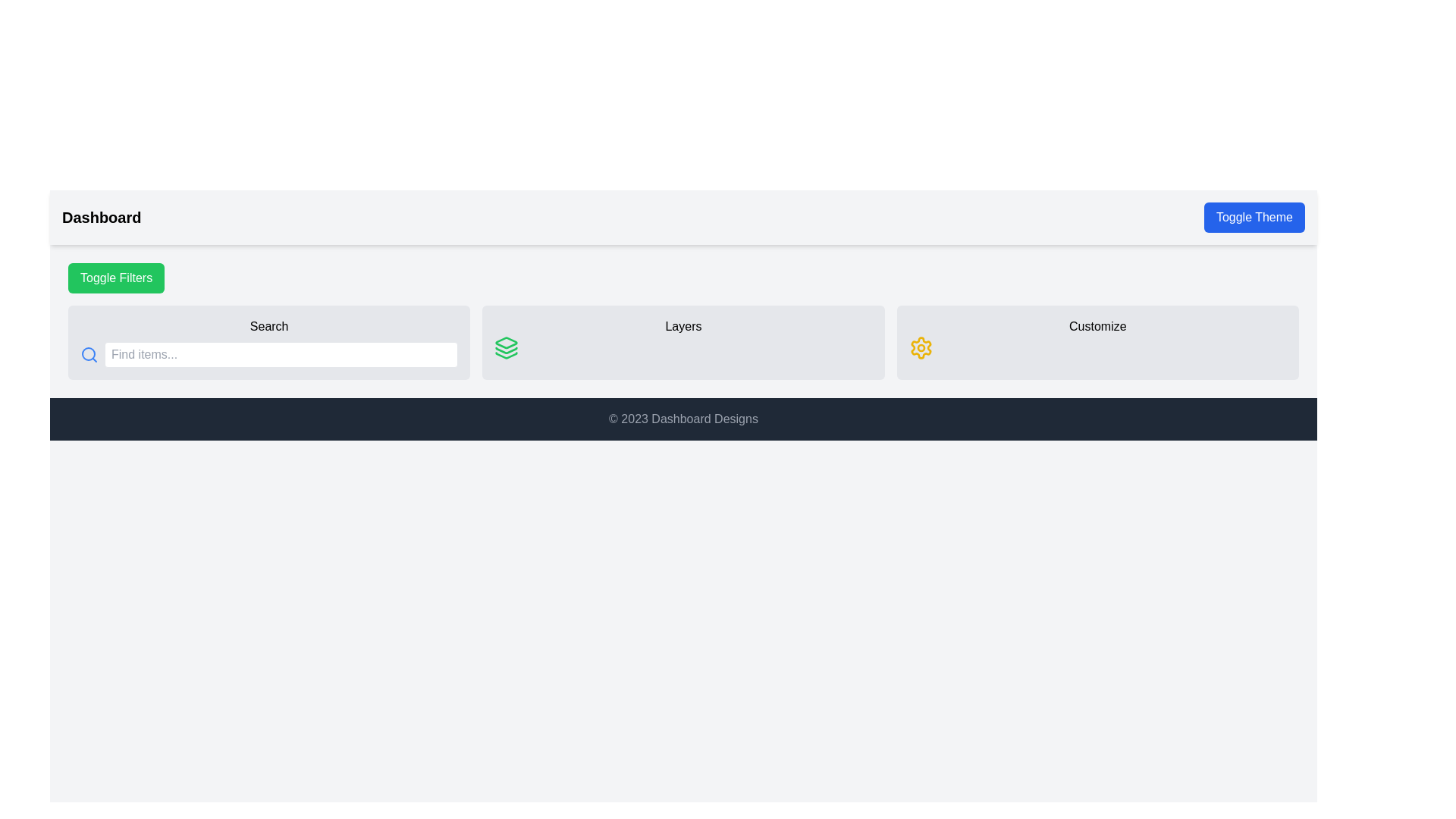 The image size is (1456, 819). What do you see at coordinates (920, 348) in the screenshot?
I see `the yellow gear icon located in the 'Customize' section, which is centered beneath the text label 'Customize'` at bounding box center [920, 348].